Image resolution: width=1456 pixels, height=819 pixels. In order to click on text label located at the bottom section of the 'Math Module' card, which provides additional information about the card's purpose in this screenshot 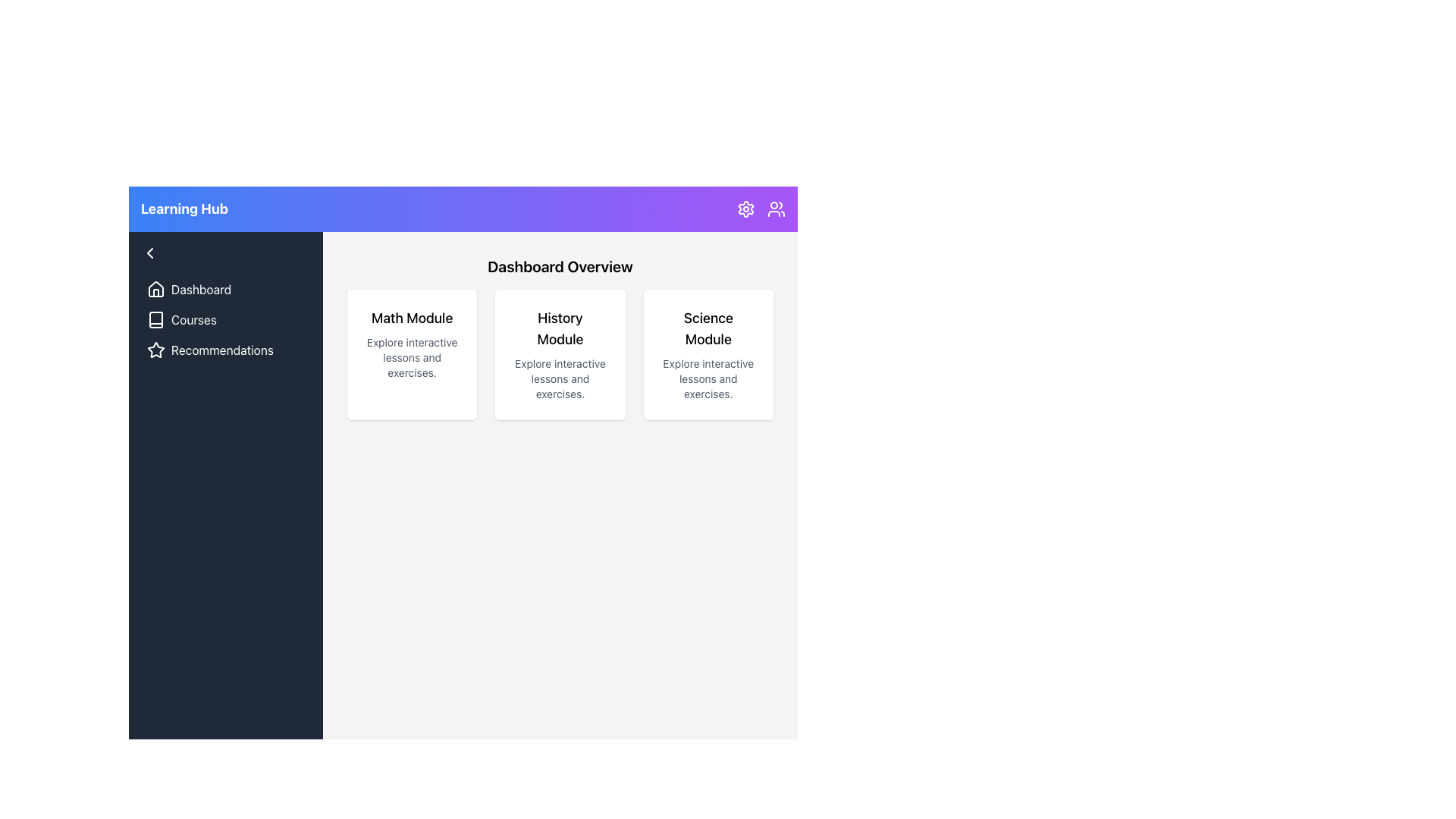, I will do `click(412, 357)`.